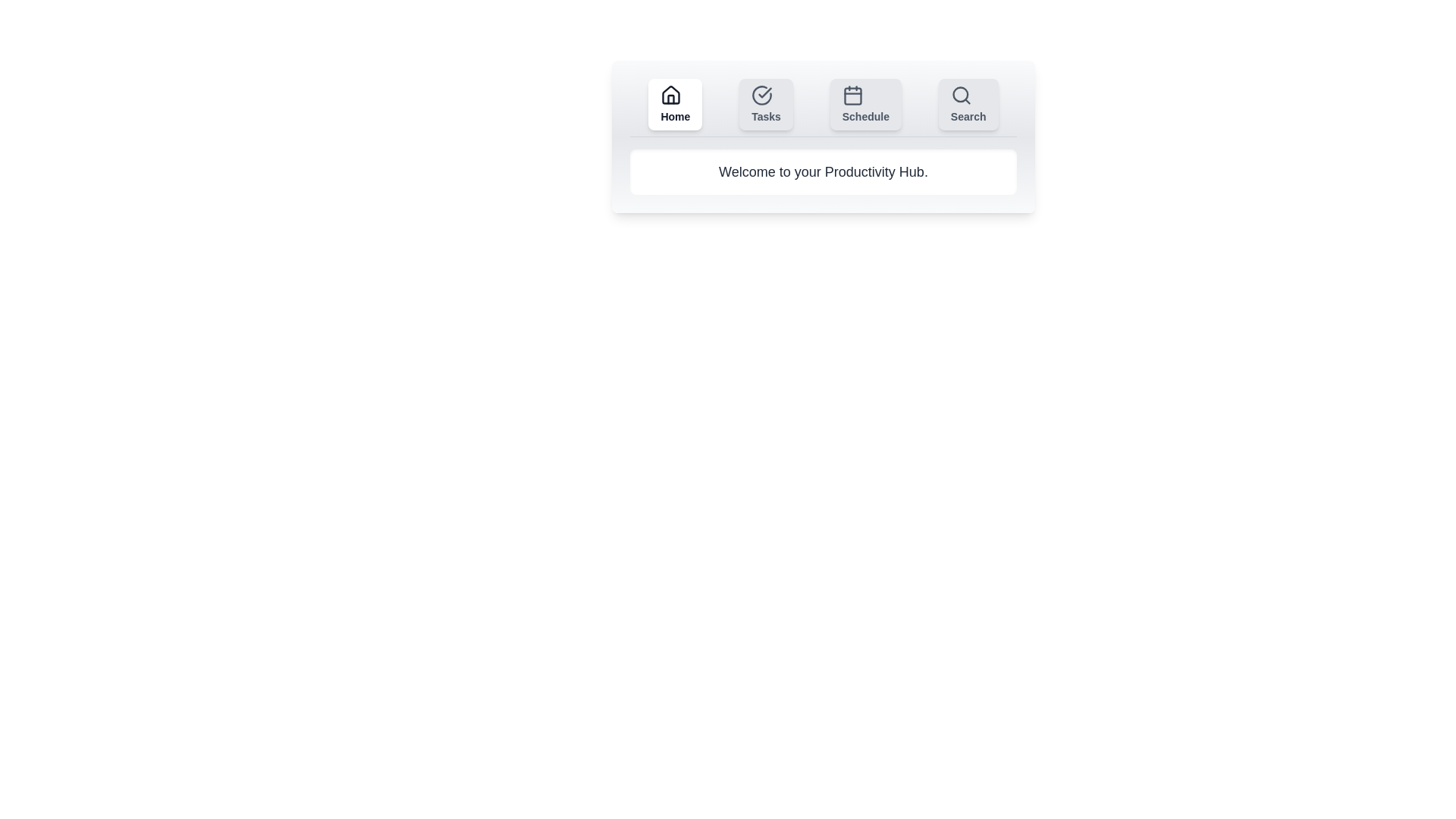 The image size is (1456, 819). Describe the element at coordinates (674, 104) in the screenshot. I see `the Home tab by clicking its respective button` at that location.